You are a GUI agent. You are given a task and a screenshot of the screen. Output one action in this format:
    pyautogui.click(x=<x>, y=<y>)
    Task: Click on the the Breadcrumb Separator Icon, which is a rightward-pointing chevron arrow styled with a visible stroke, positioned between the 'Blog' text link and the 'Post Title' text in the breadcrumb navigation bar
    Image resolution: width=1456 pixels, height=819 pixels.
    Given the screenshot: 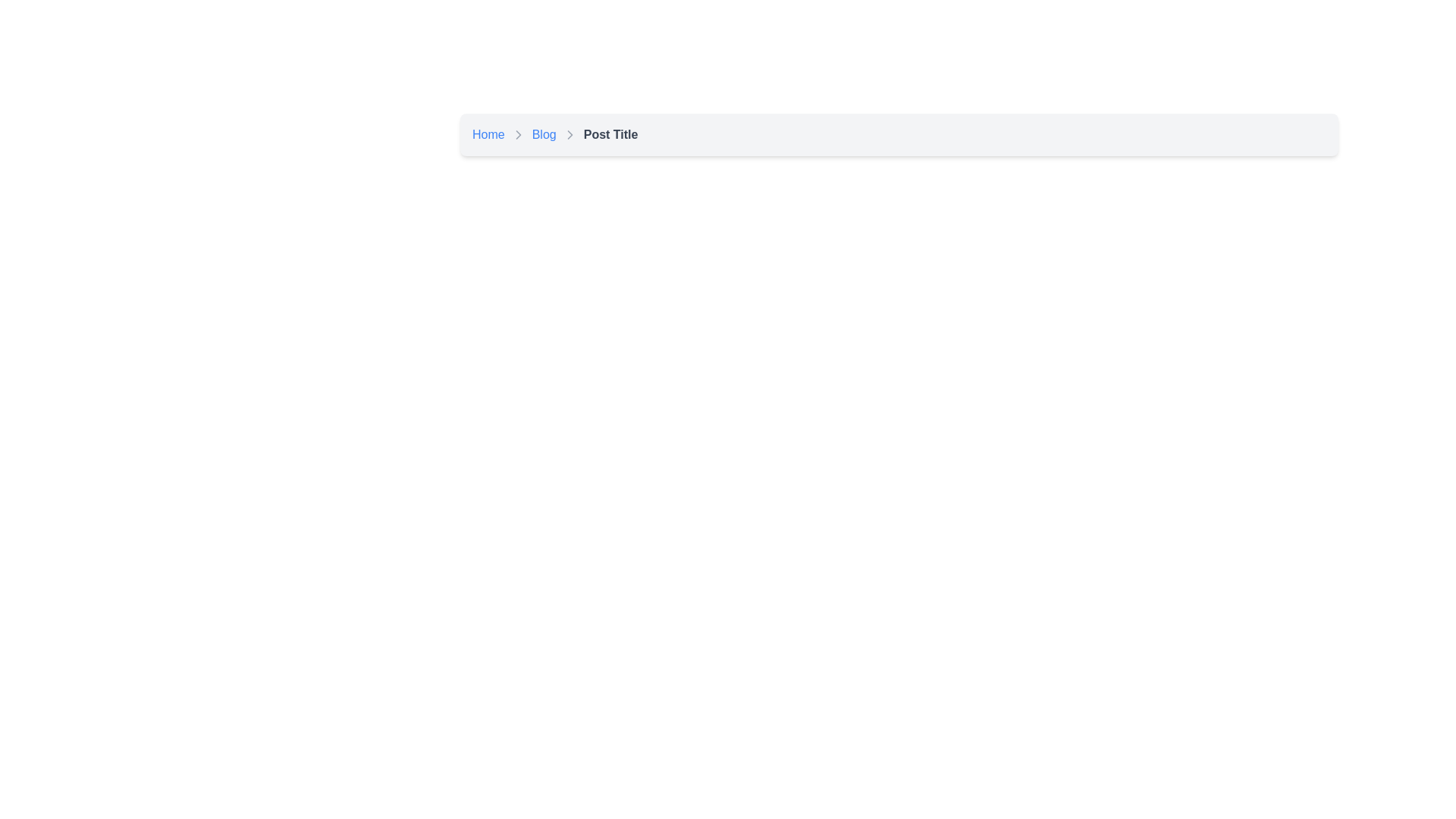 What is the action you would take?
    pyautogui.click(x=569, y=133)
    